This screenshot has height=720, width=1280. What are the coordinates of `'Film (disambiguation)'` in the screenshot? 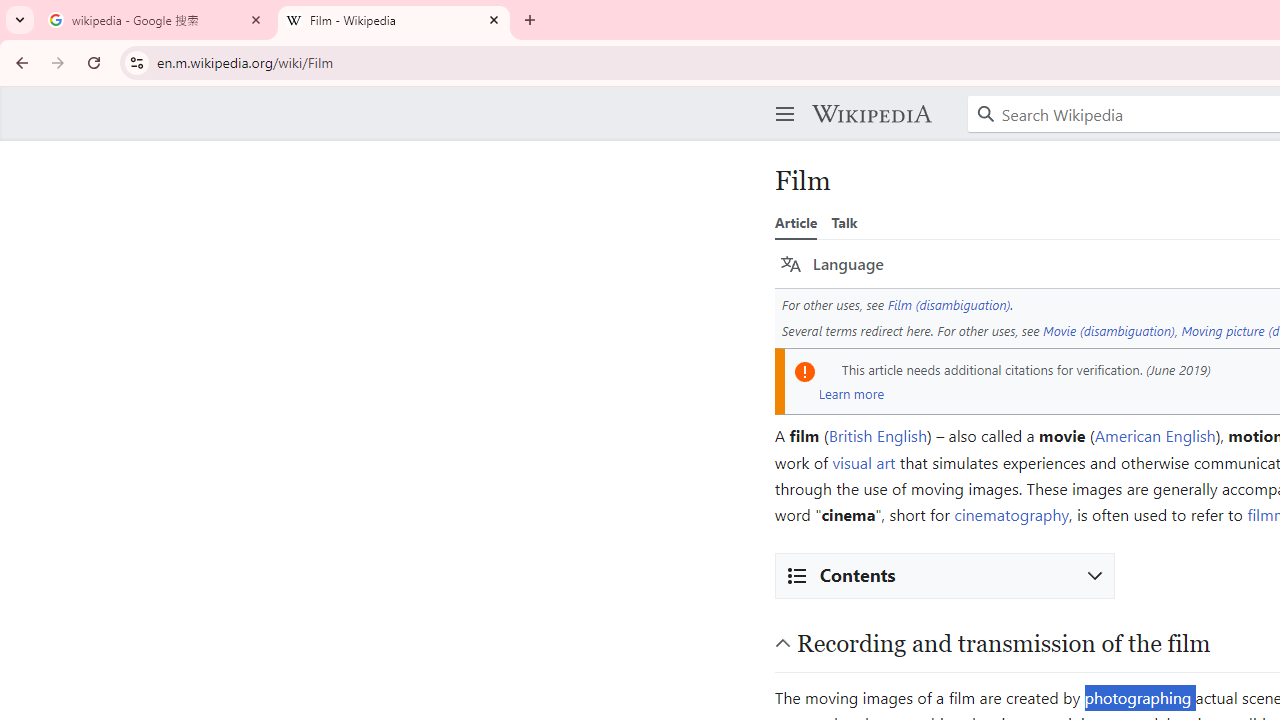 It's located at (948, 304).